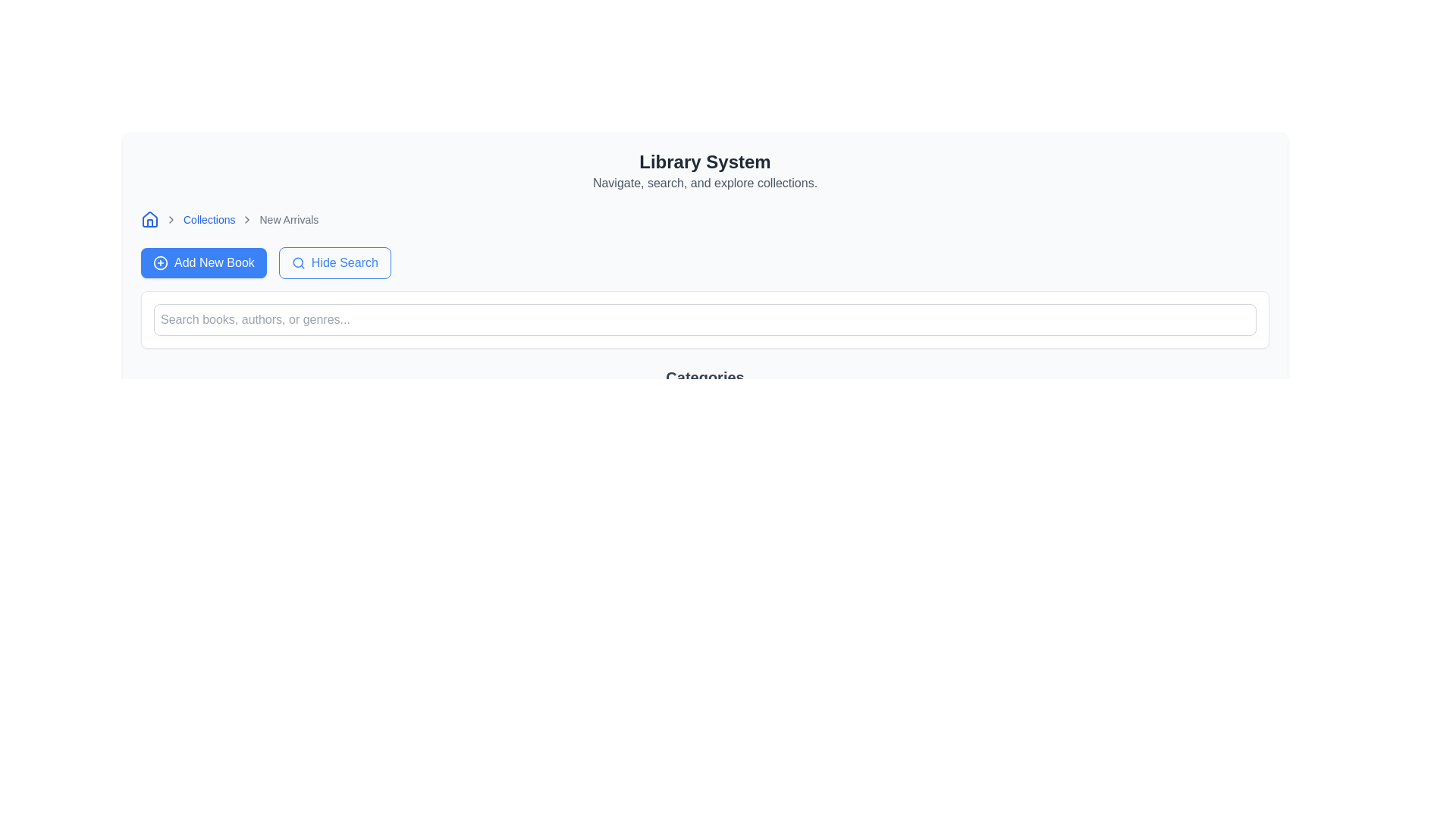 The width and height of the screenshot is (1456, 819). I want to click on the third right-pointing chevron icon in the breadcrumb navigation sequence, which is styled with a thin gray outline and positioned between 'Collections' and 'New Arrivals', so click(247, 219).